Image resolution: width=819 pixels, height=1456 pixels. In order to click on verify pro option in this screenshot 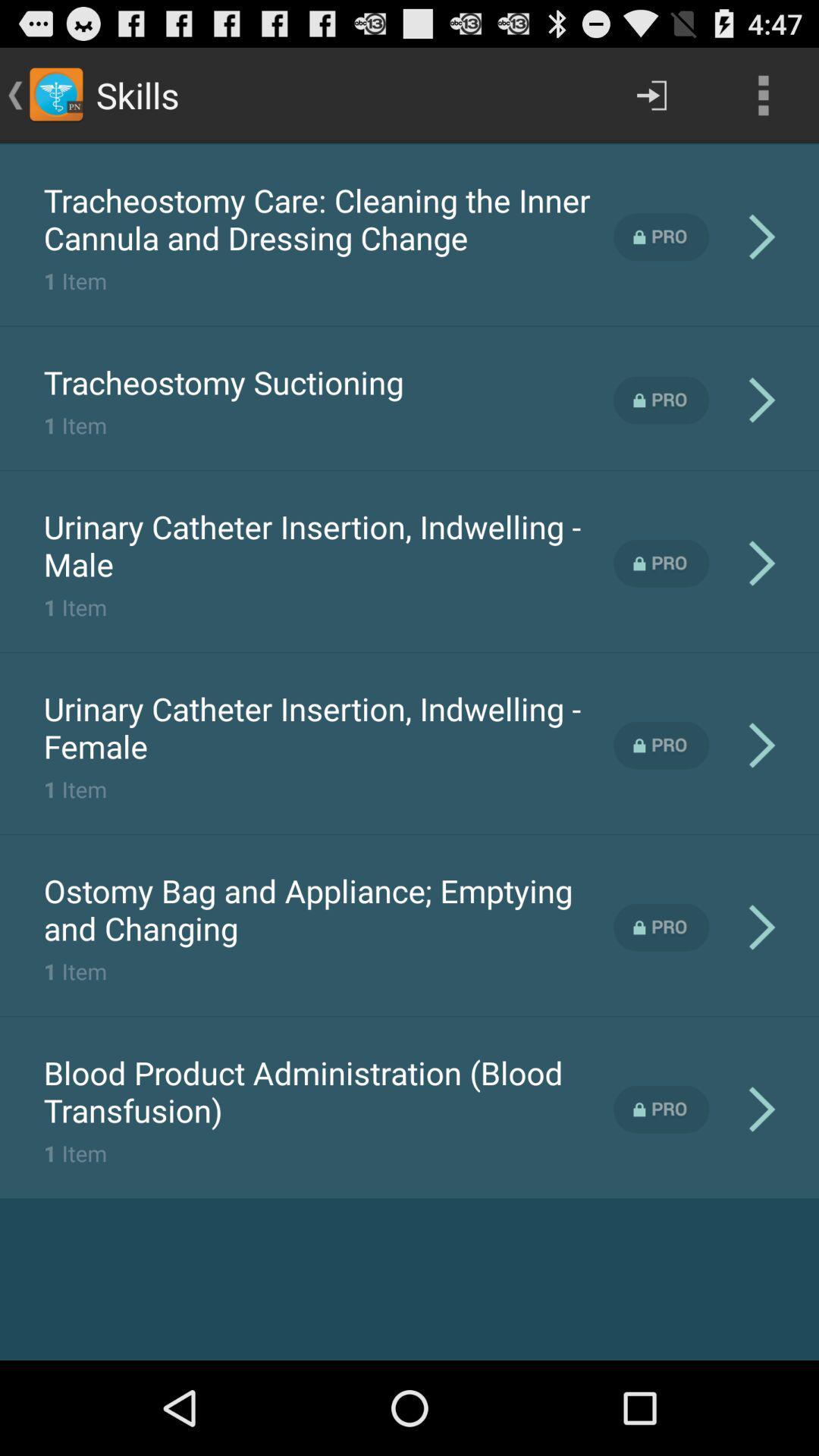, I will do `click(661, 236)`.